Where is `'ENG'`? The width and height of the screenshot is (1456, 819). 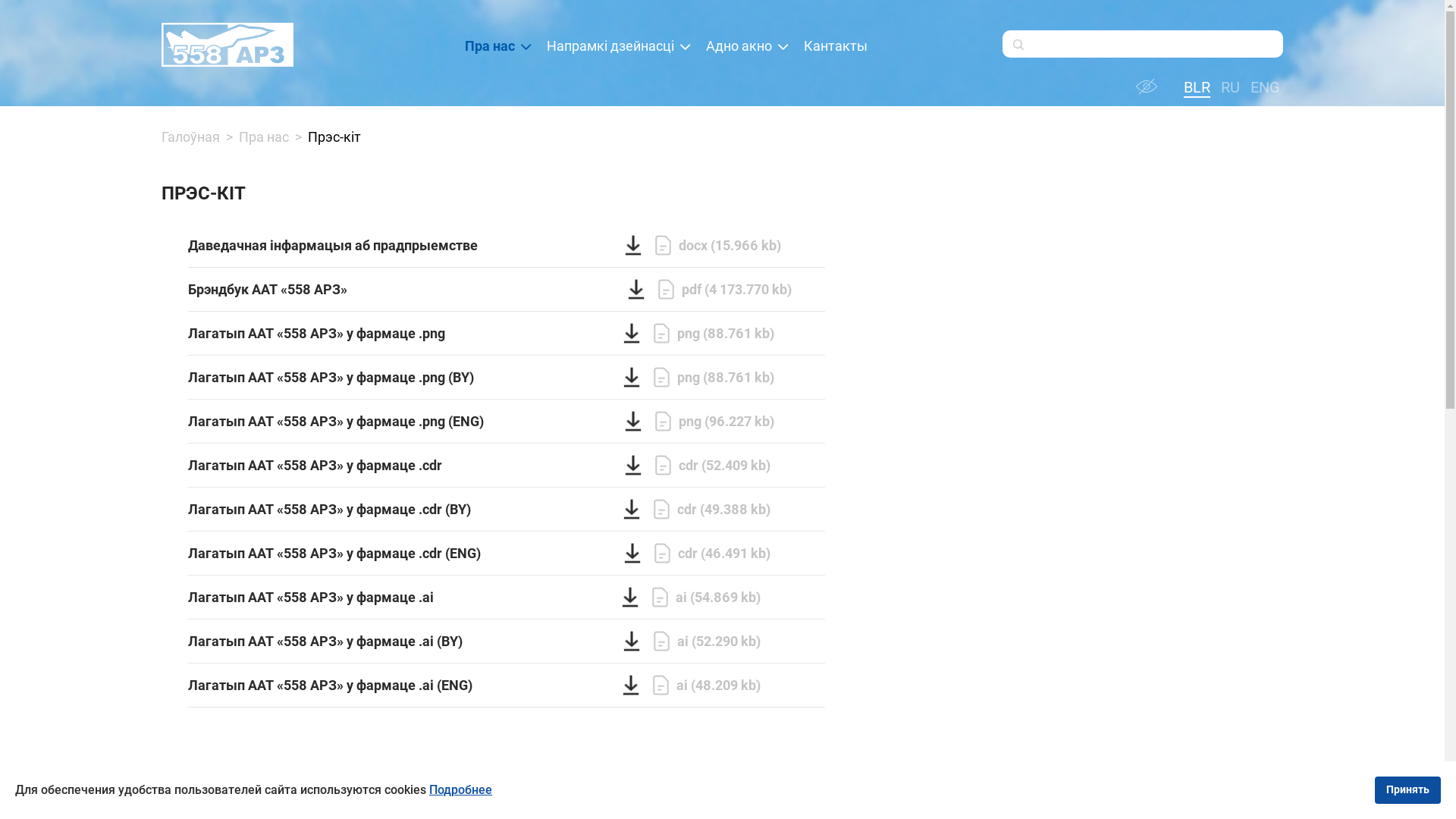 'ENG' is located at coordinates (1263, 87).